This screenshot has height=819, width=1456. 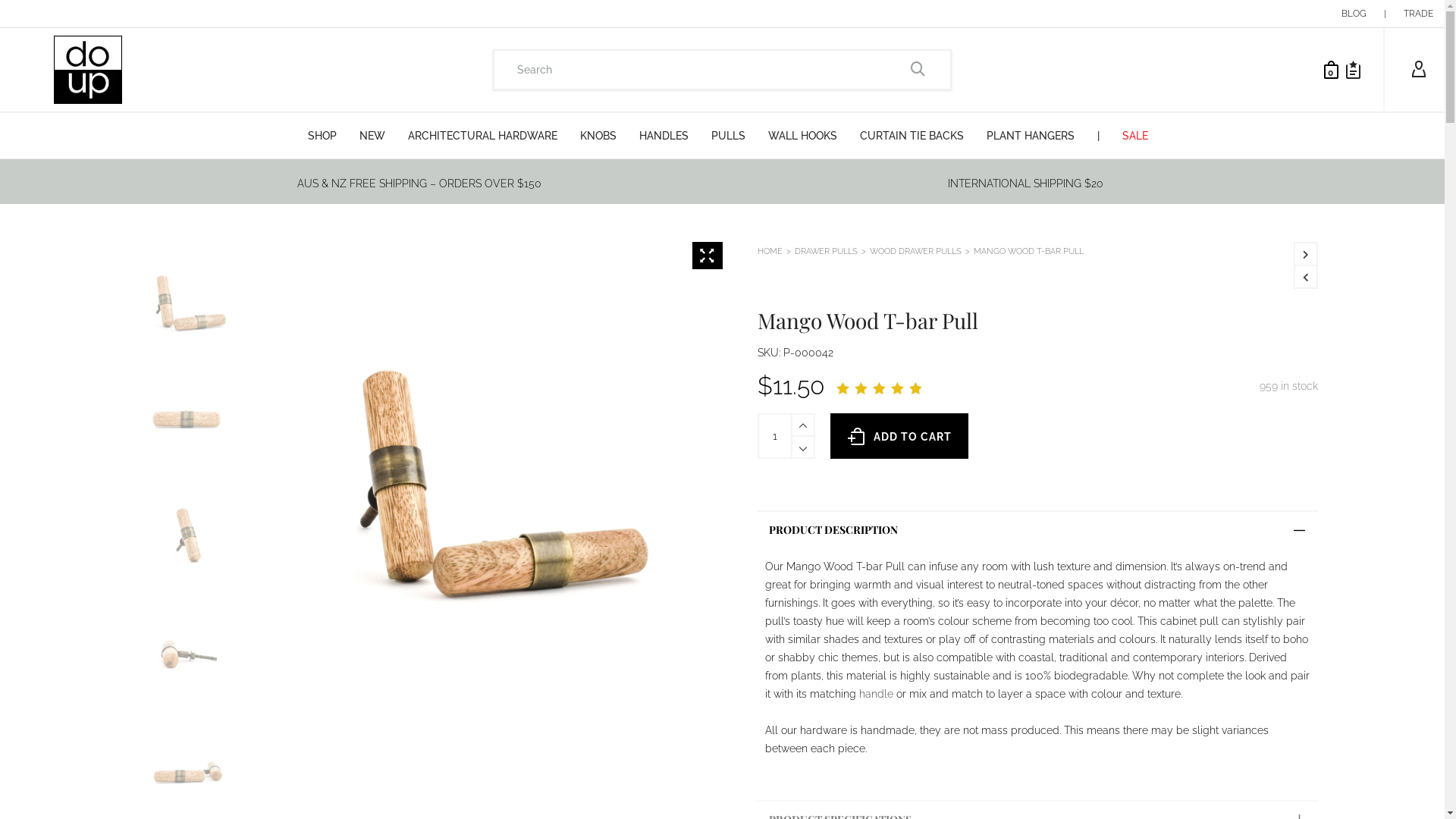 What do you see at coordinates (1135, 134) in the screenshot?
I see `'SALE'` at bounding box center [1135, 134].